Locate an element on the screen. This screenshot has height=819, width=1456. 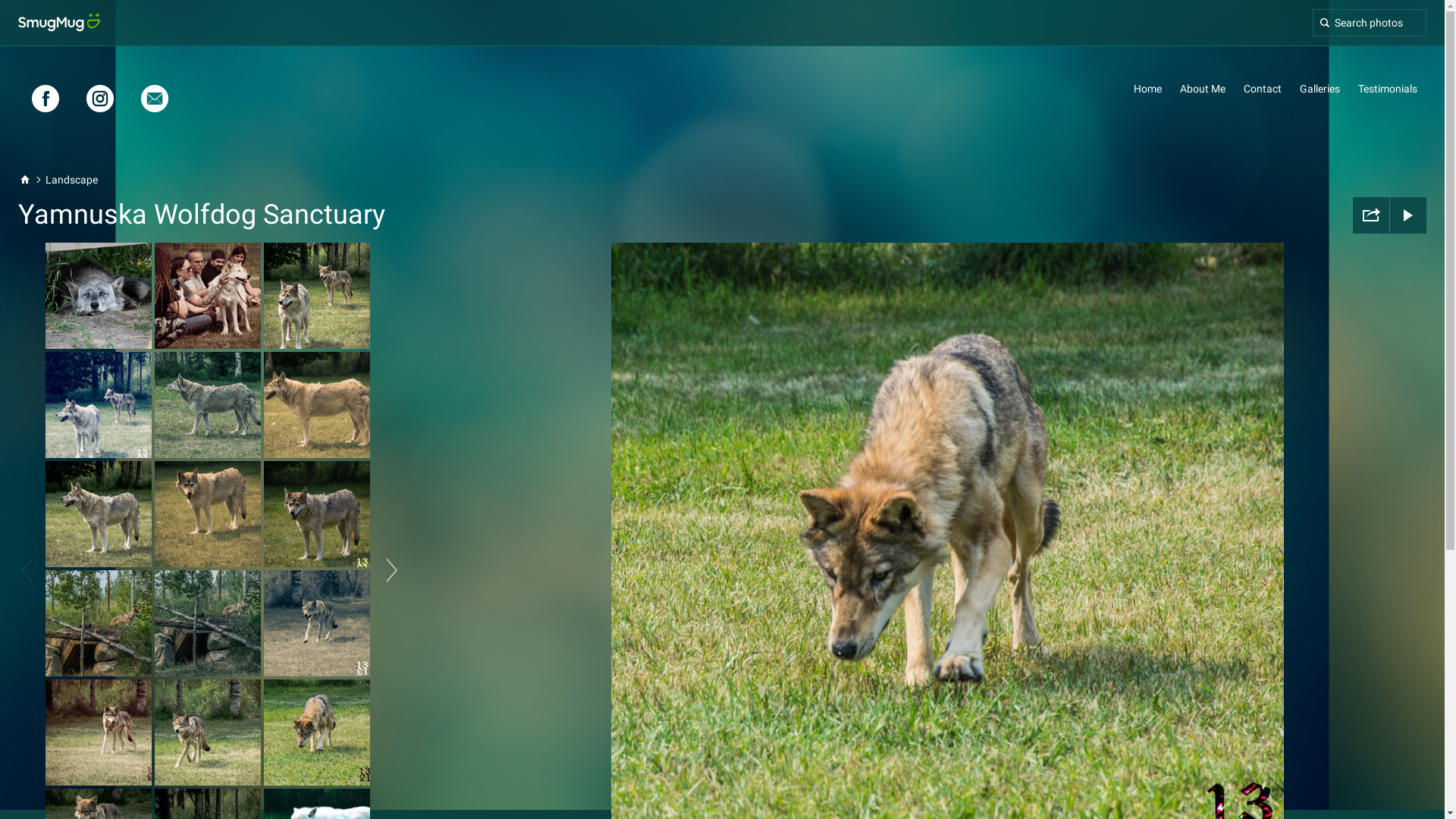
'Testimonials' is located at coordinates (1357, 88).